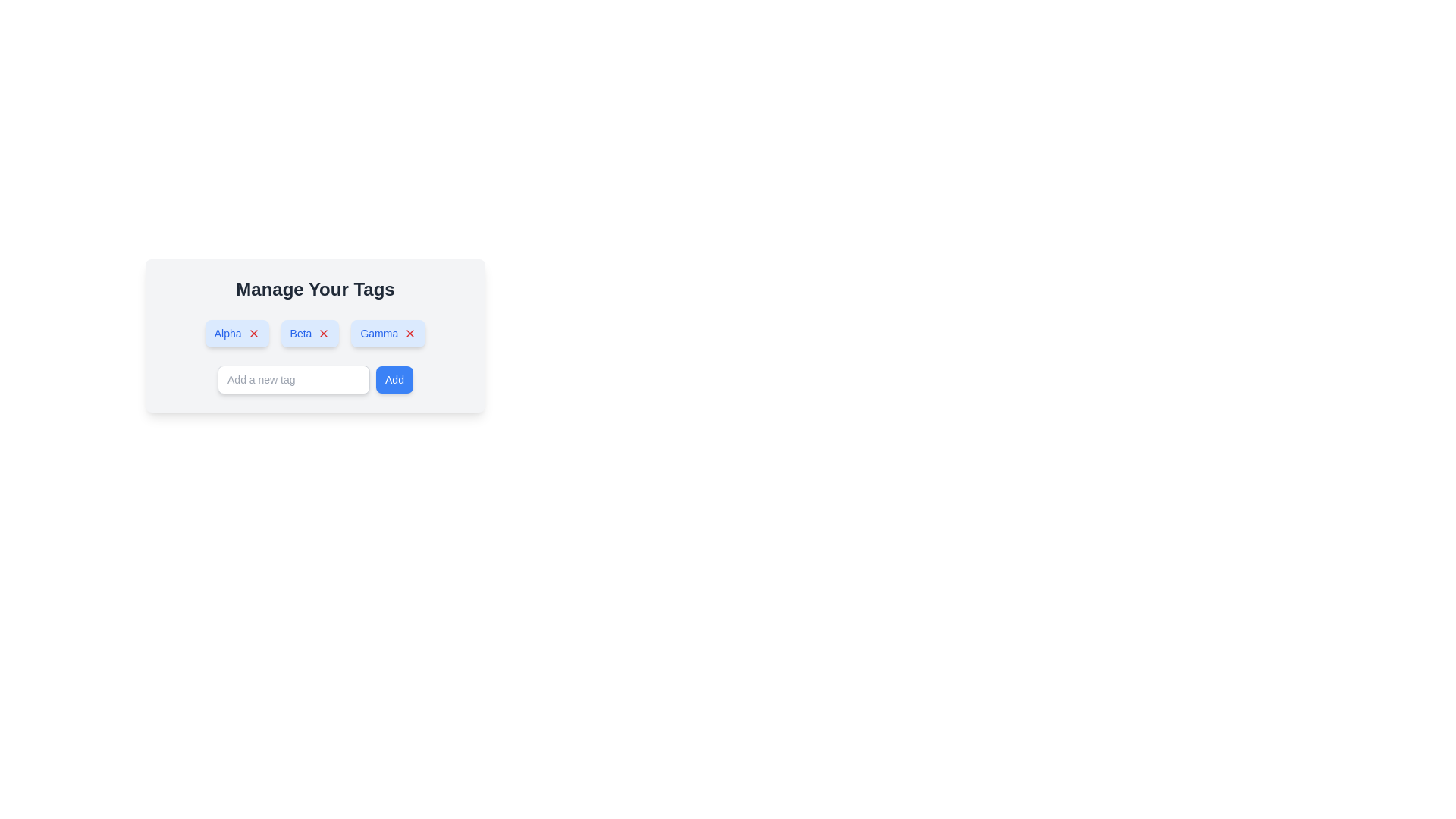  What do you see at coordinates (253, 332) in the screenshot?
I see `the 'X' icon located on the right end of the 'Alpha' button` at bounding box center [253, 332].